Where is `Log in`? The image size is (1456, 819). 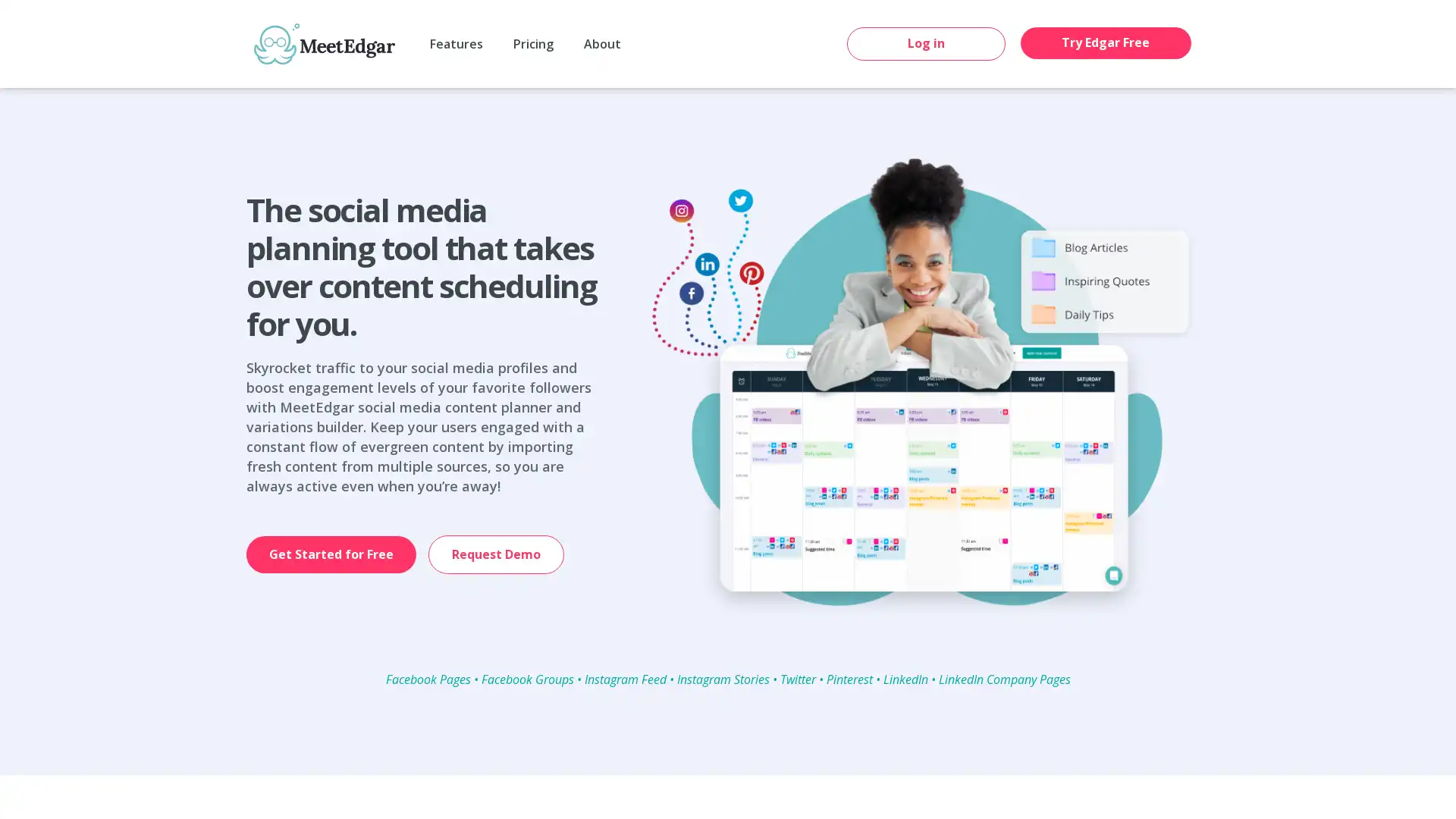 Log in is located at coordinates (925, 42).